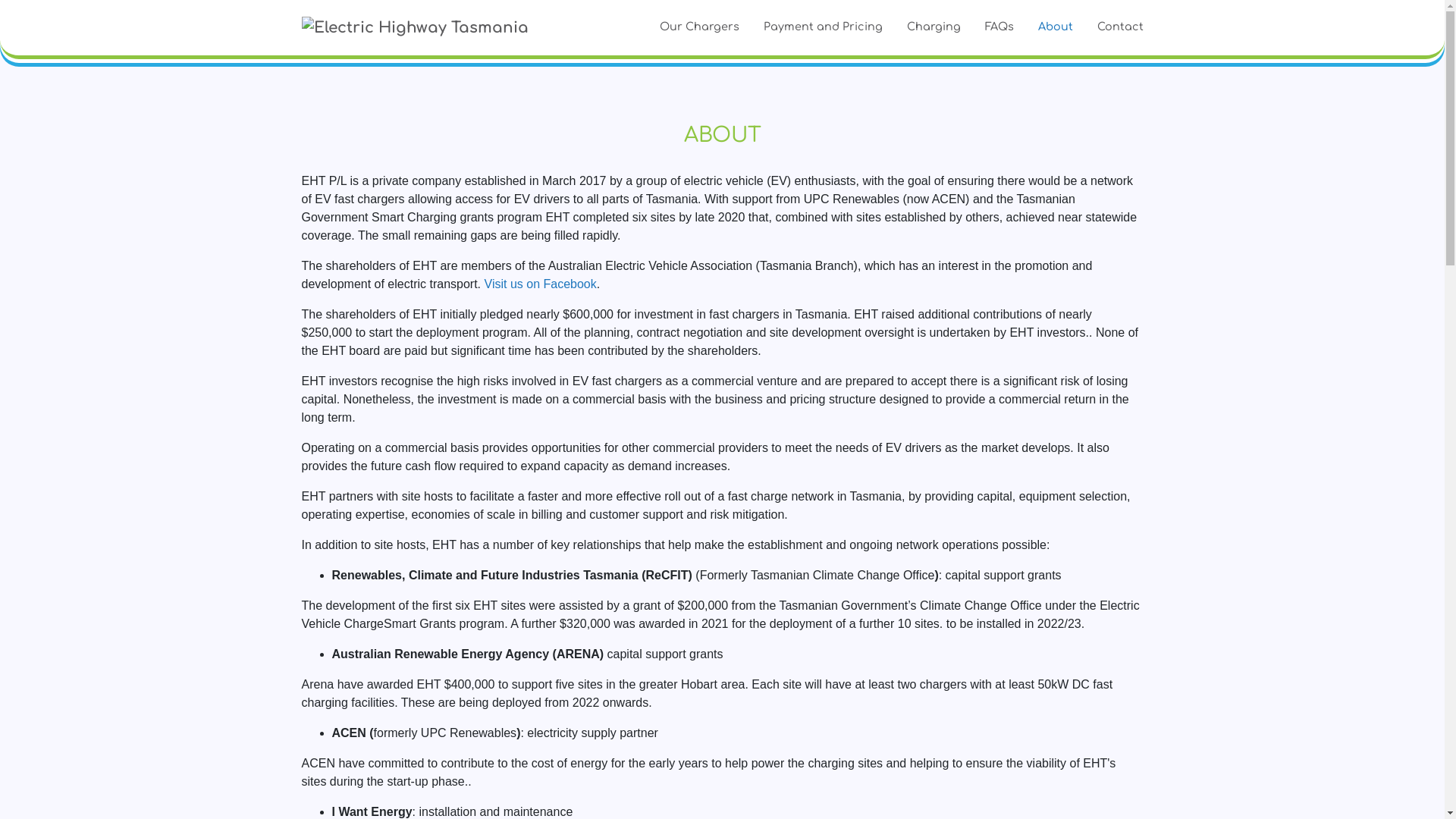 This screenshot has height=819, width=1456. Describe the element at coordinates (1054, 27) in the screenshot. I see `'About'` at that location.